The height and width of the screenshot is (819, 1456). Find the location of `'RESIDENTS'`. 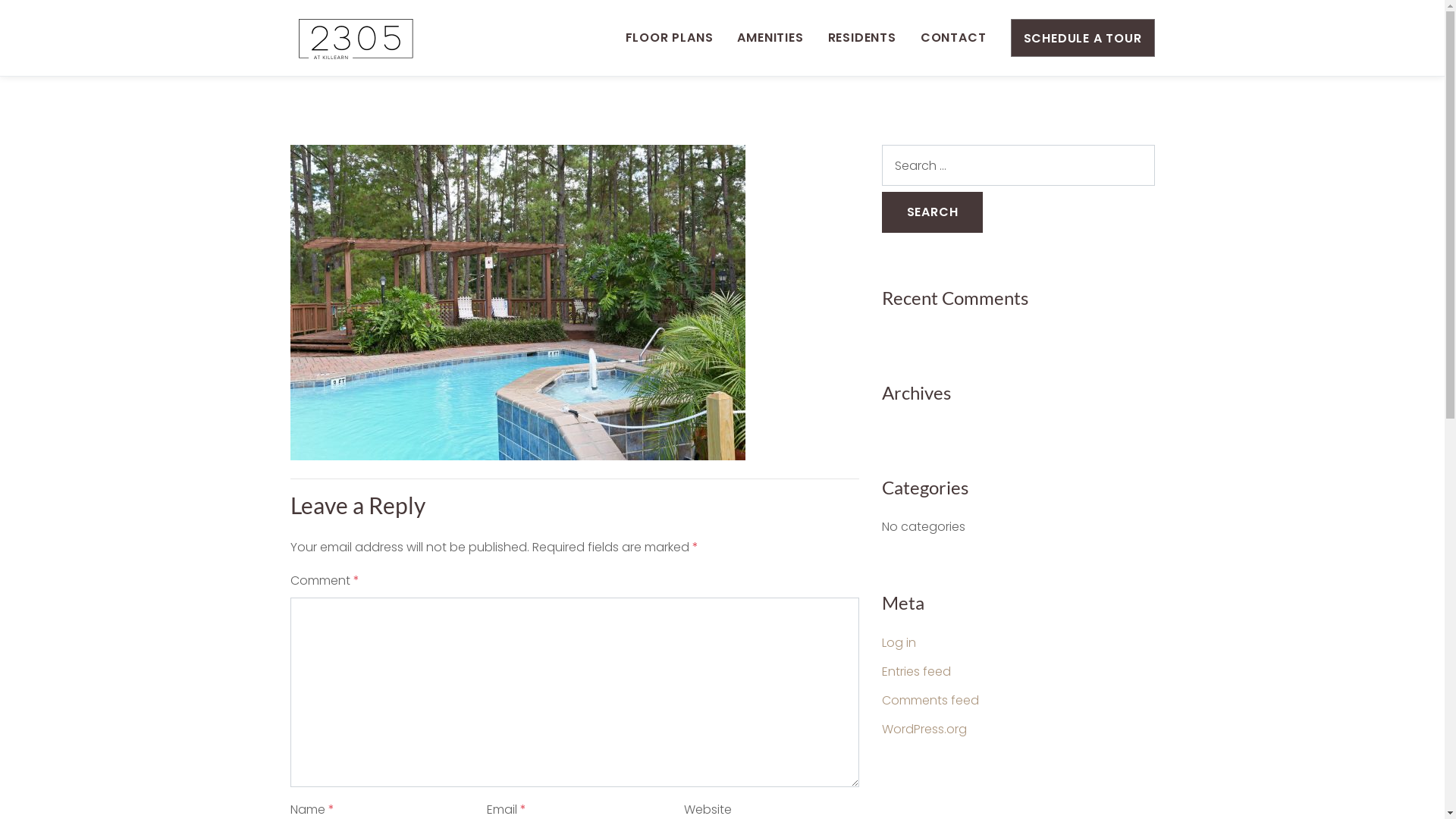

'RESIDENTS' is located at coordinates (862, 37).